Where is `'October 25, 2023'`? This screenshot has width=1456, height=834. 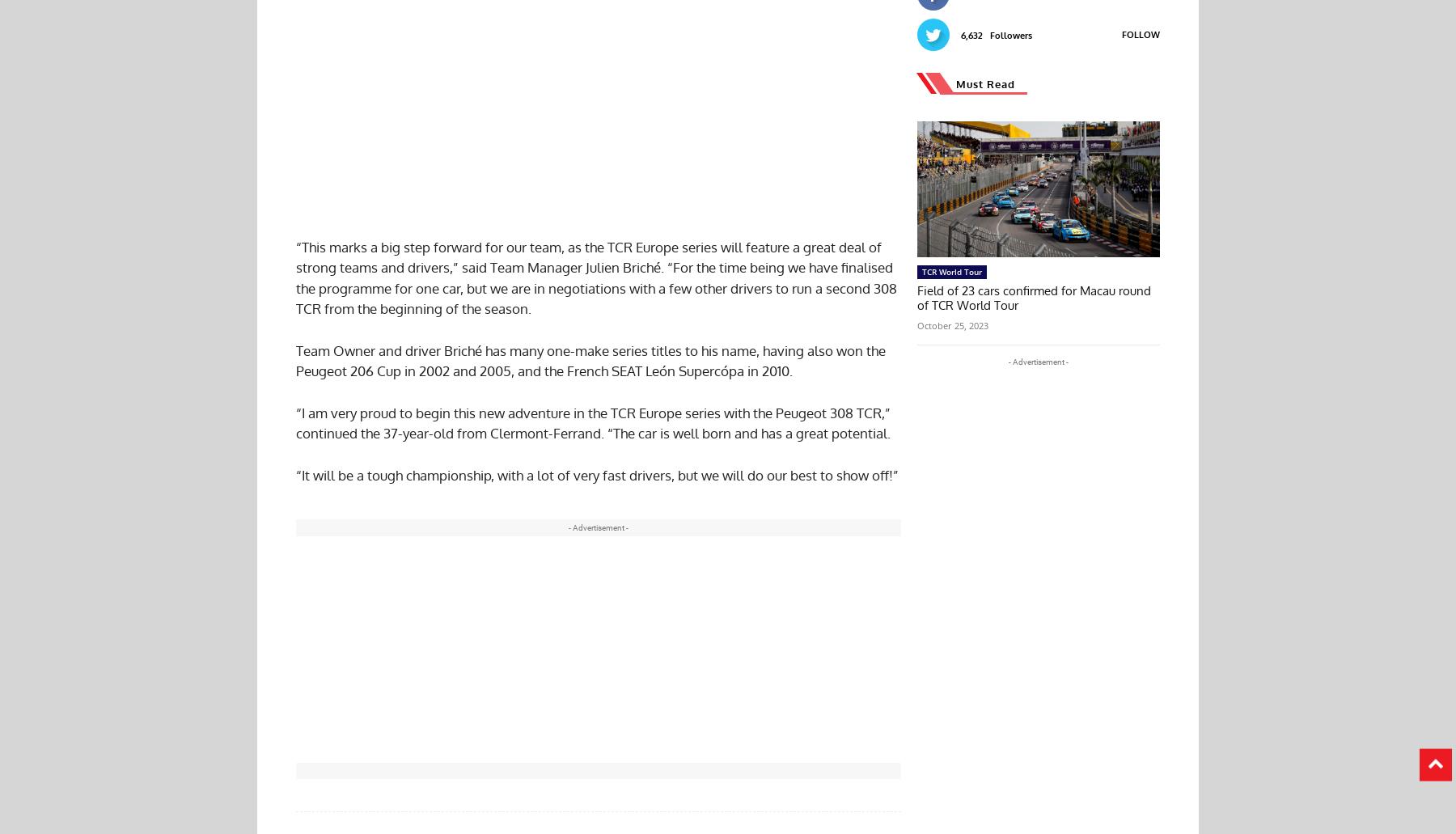 'October 25, 2023' is located at coordinates (916, 324).